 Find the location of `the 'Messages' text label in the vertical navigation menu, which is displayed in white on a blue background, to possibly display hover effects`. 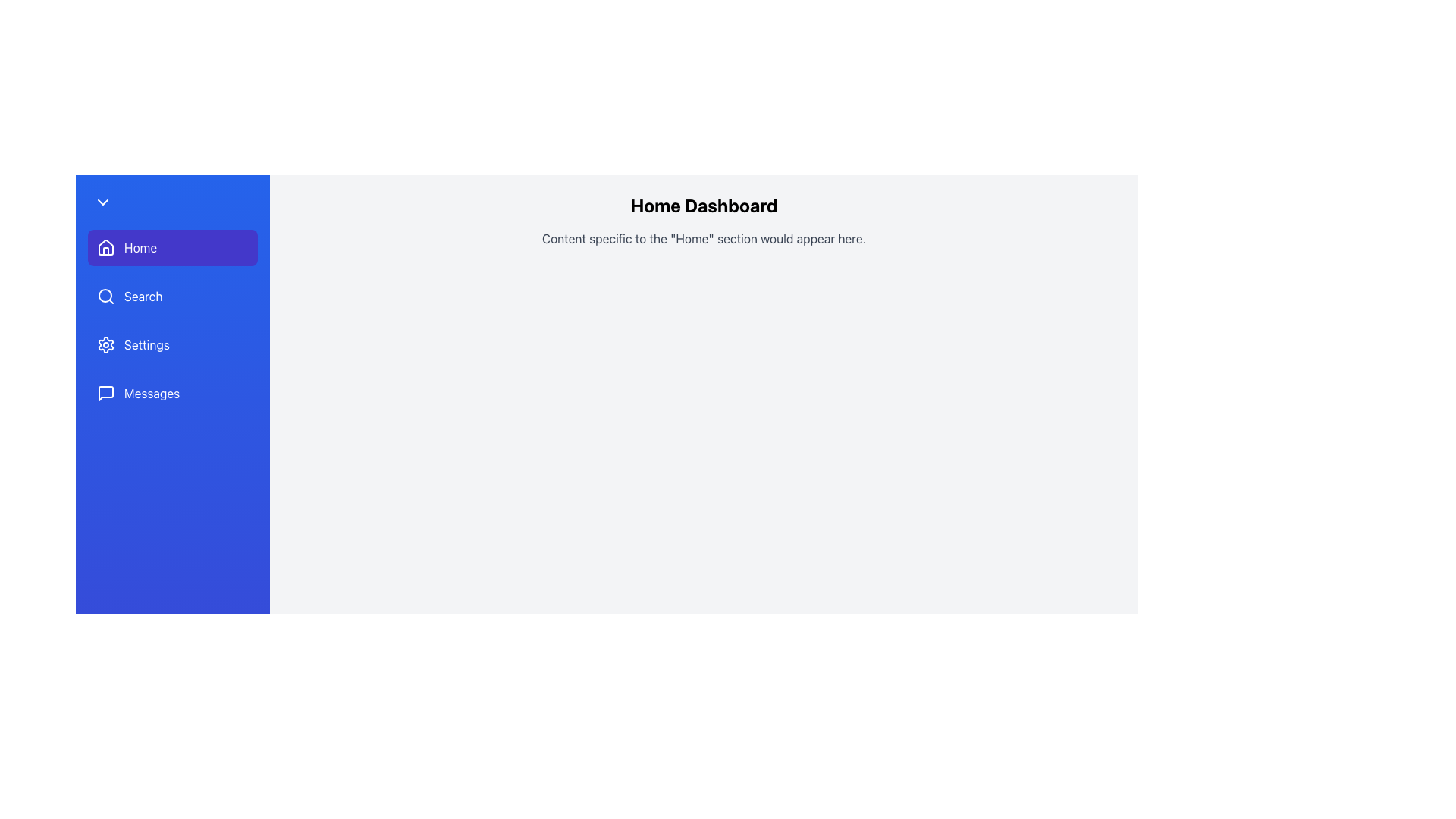

the 'Messages' text label in the vertical navigation menu, which is displayed in white on a blue background, to possibly display hover effects is located at coordinates (152, 393).